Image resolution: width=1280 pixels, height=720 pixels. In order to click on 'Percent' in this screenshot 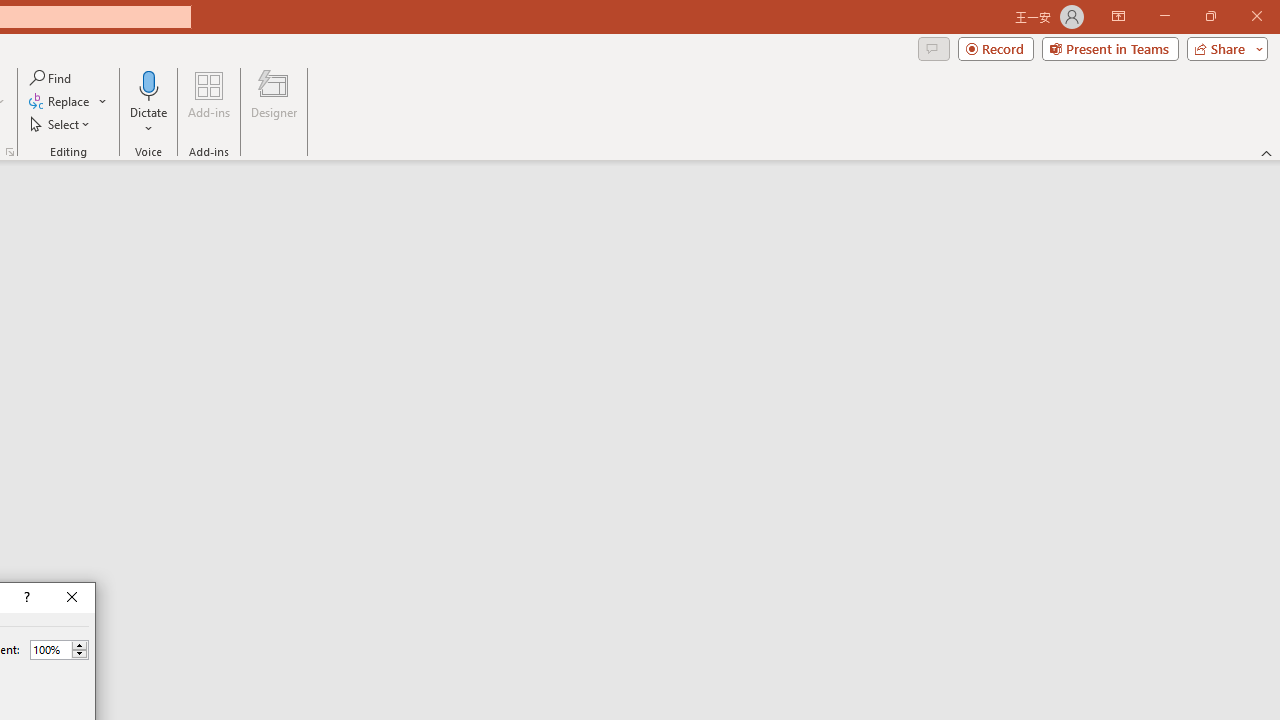, I will do `click(59, 650)`.